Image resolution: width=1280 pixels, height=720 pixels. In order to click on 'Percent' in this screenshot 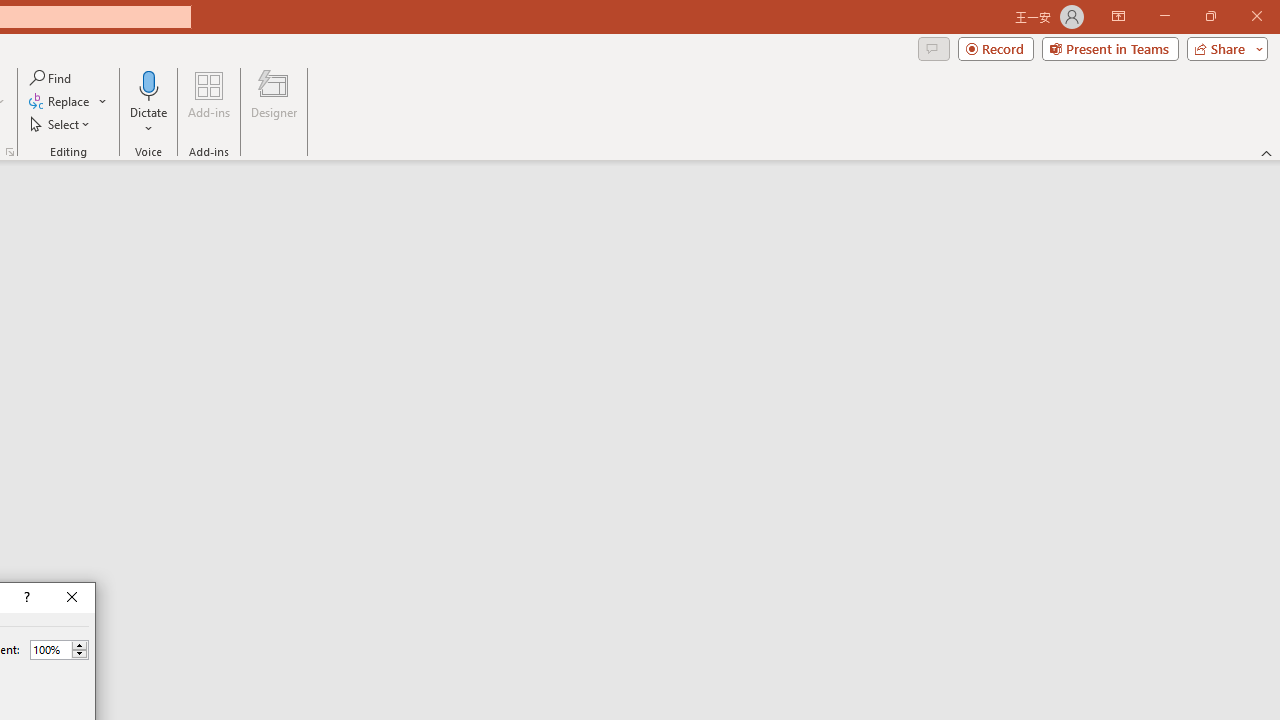, I will do `click(59, 650)`.